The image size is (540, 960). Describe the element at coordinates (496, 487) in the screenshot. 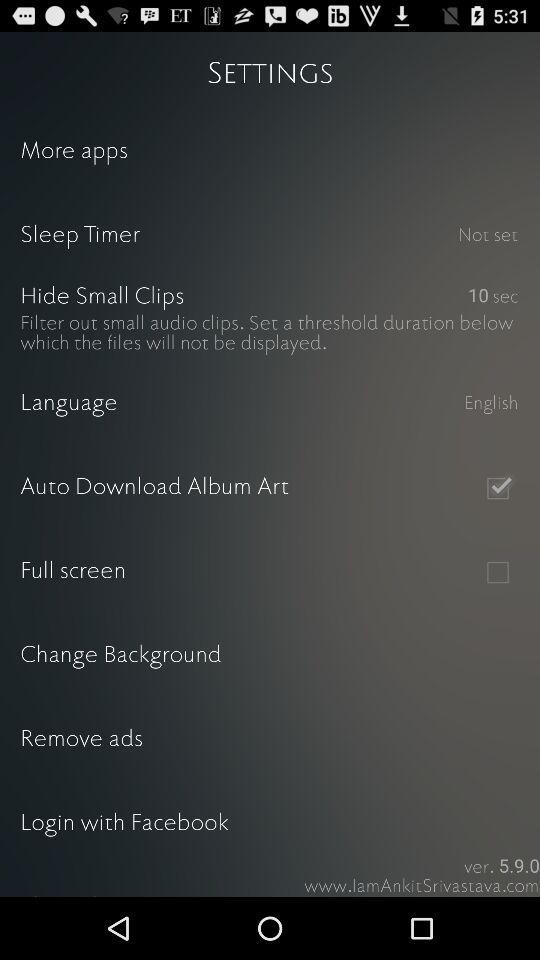

I see `auto download album art option` at that location.